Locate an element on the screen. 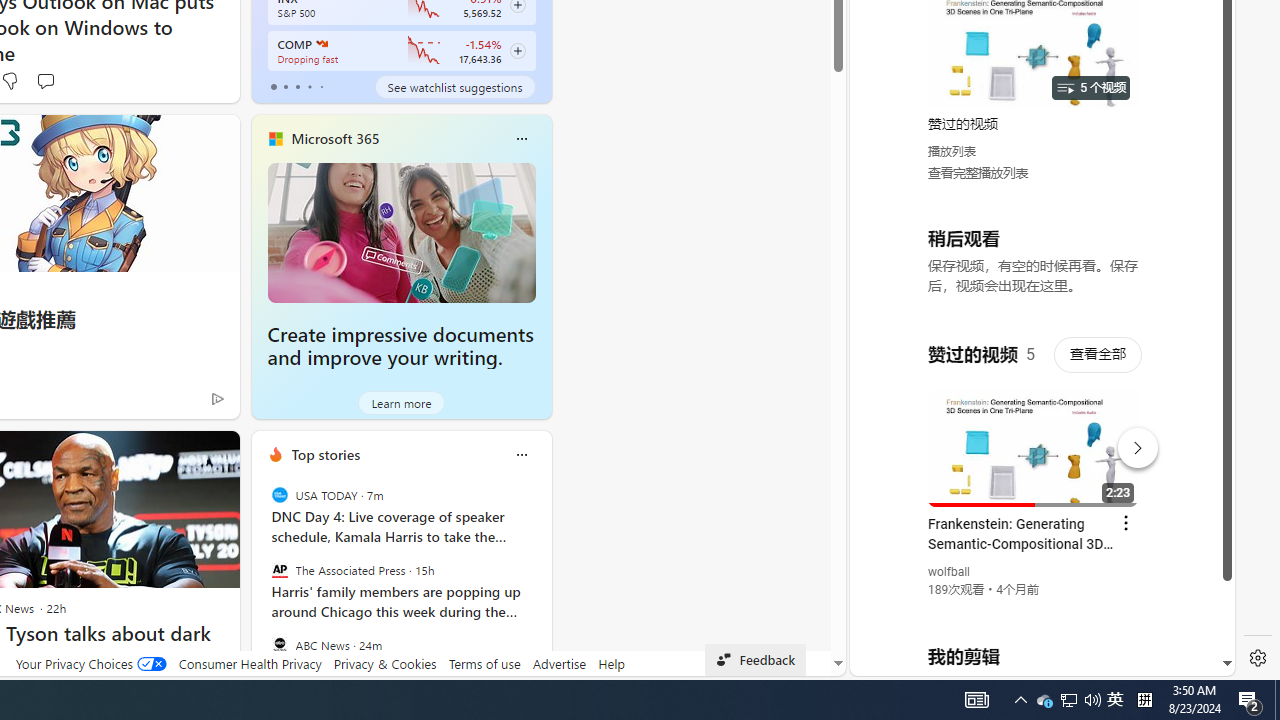 This screenshot has height=720, width=1280. 'Top stories' is located at coordinates (325, 454).